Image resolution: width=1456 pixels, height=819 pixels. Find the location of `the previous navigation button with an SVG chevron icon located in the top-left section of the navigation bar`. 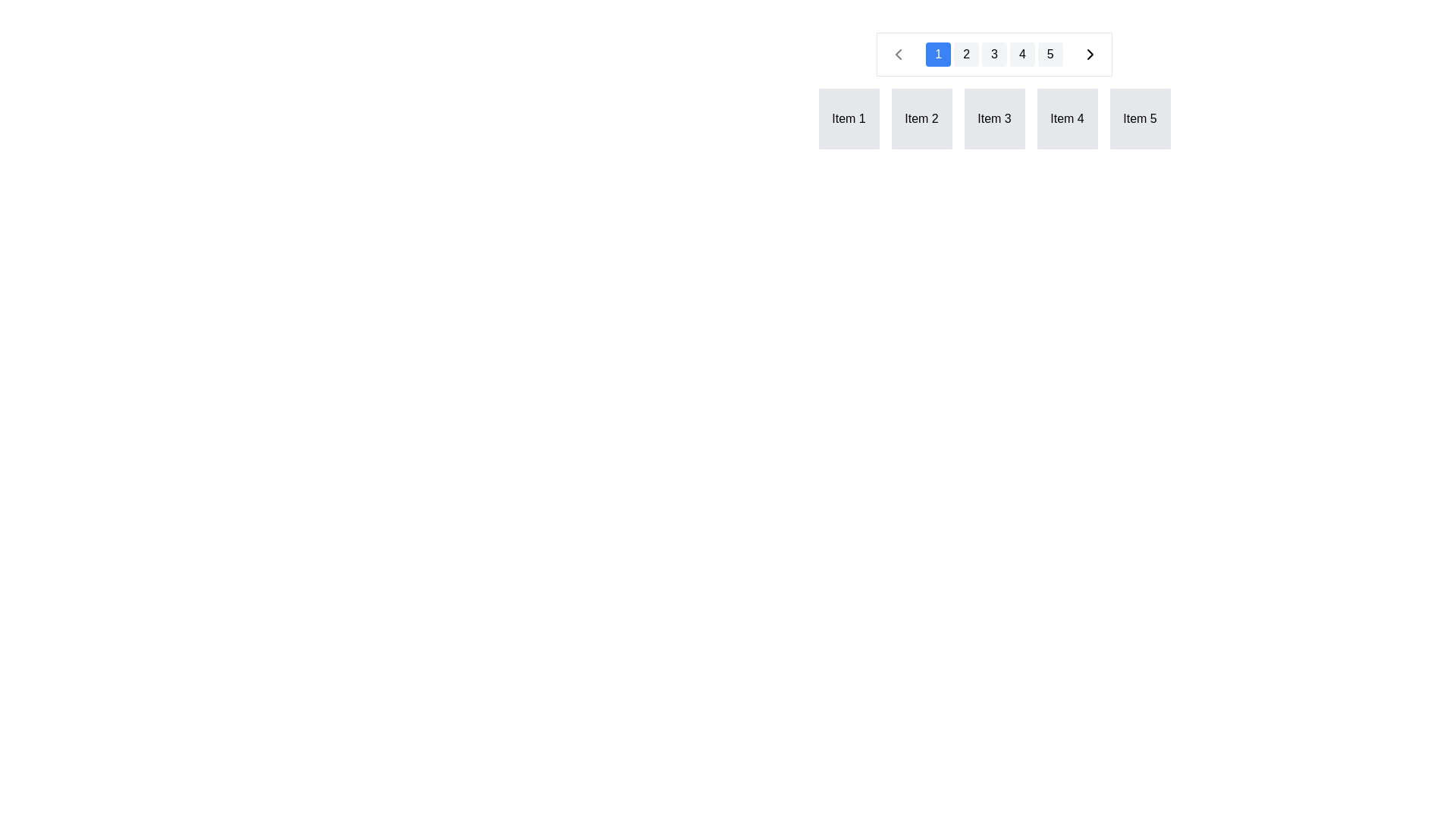

the previous navigation button with an SVG chevron icon located in the top-left section of the navigation bar is located at coordinates (899, 54).